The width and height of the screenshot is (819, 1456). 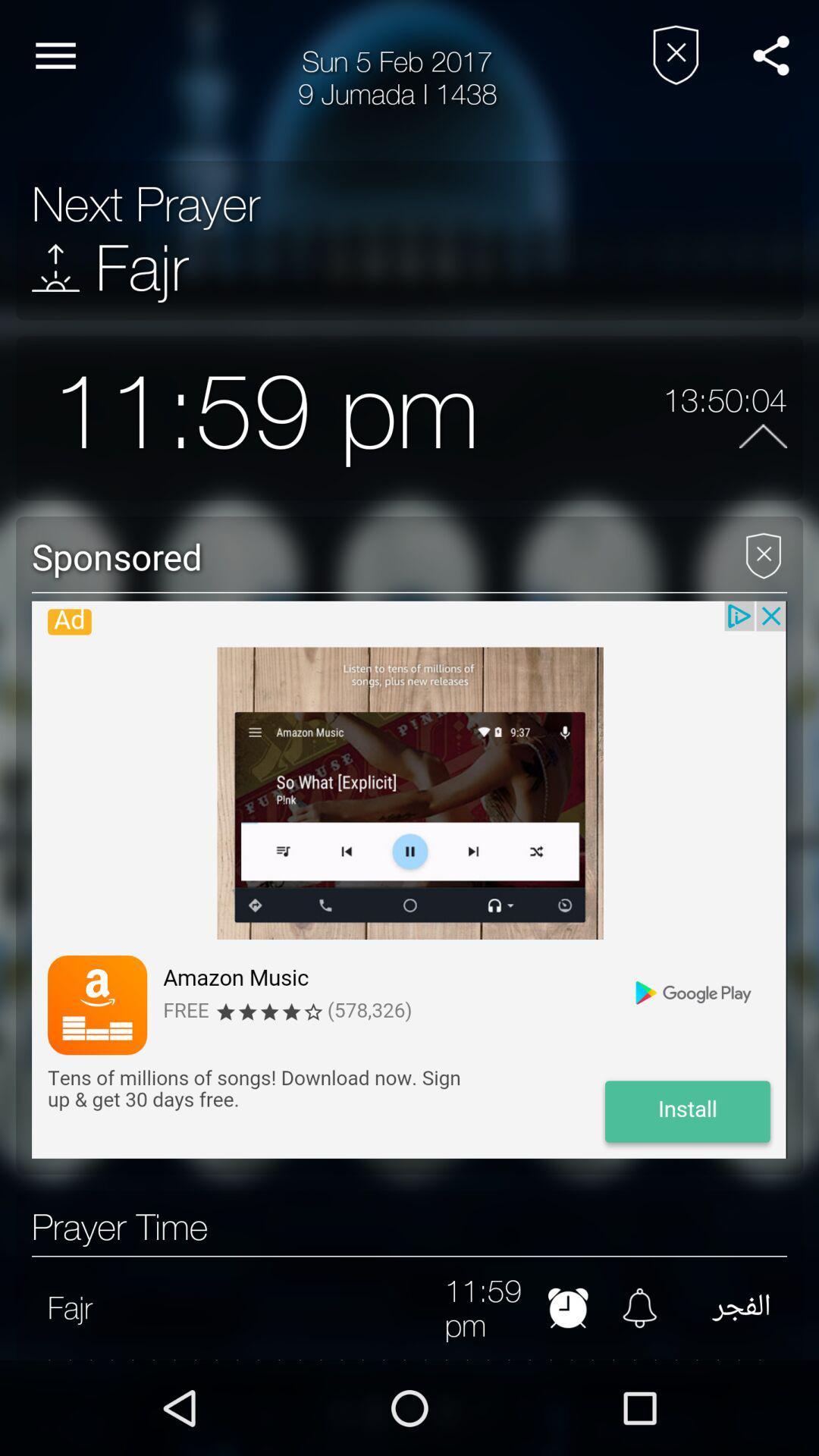 I want to click on the next prayer item, so click(x=146, y=203).